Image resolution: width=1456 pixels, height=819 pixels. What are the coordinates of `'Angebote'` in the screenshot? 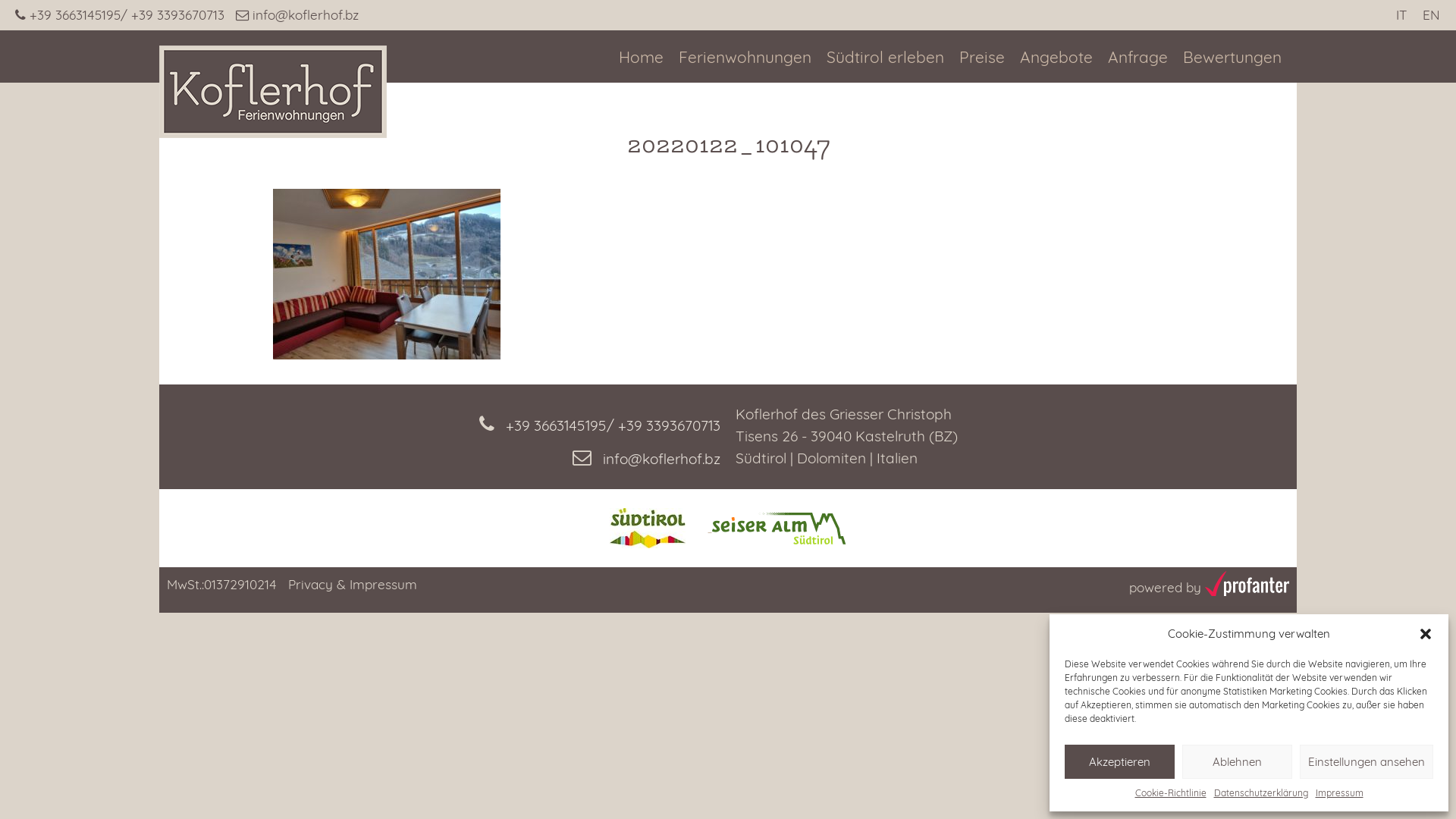 It's located at (1055, 57).